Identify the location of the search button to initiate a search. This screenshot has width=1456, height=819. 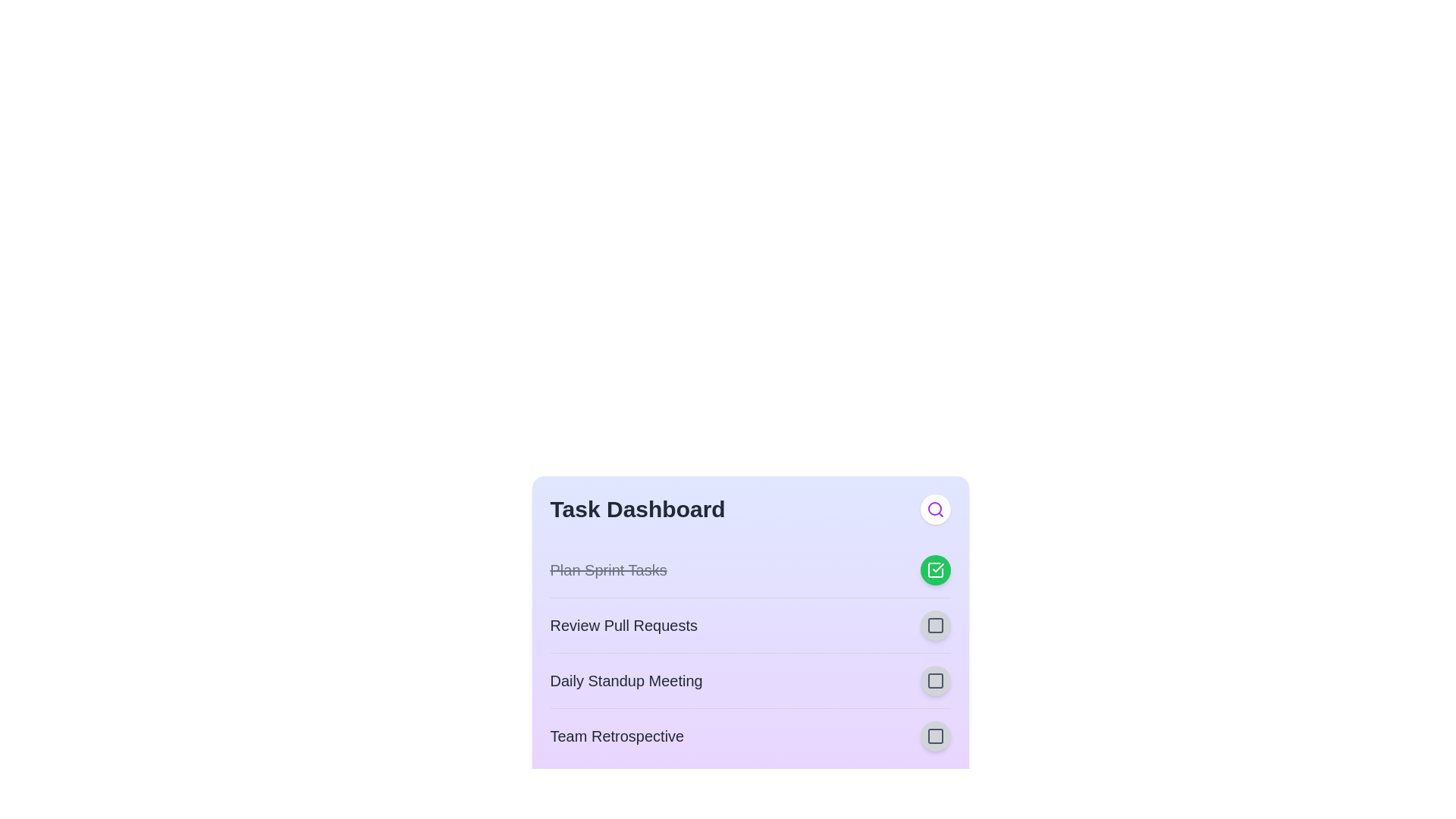
(934, 509).